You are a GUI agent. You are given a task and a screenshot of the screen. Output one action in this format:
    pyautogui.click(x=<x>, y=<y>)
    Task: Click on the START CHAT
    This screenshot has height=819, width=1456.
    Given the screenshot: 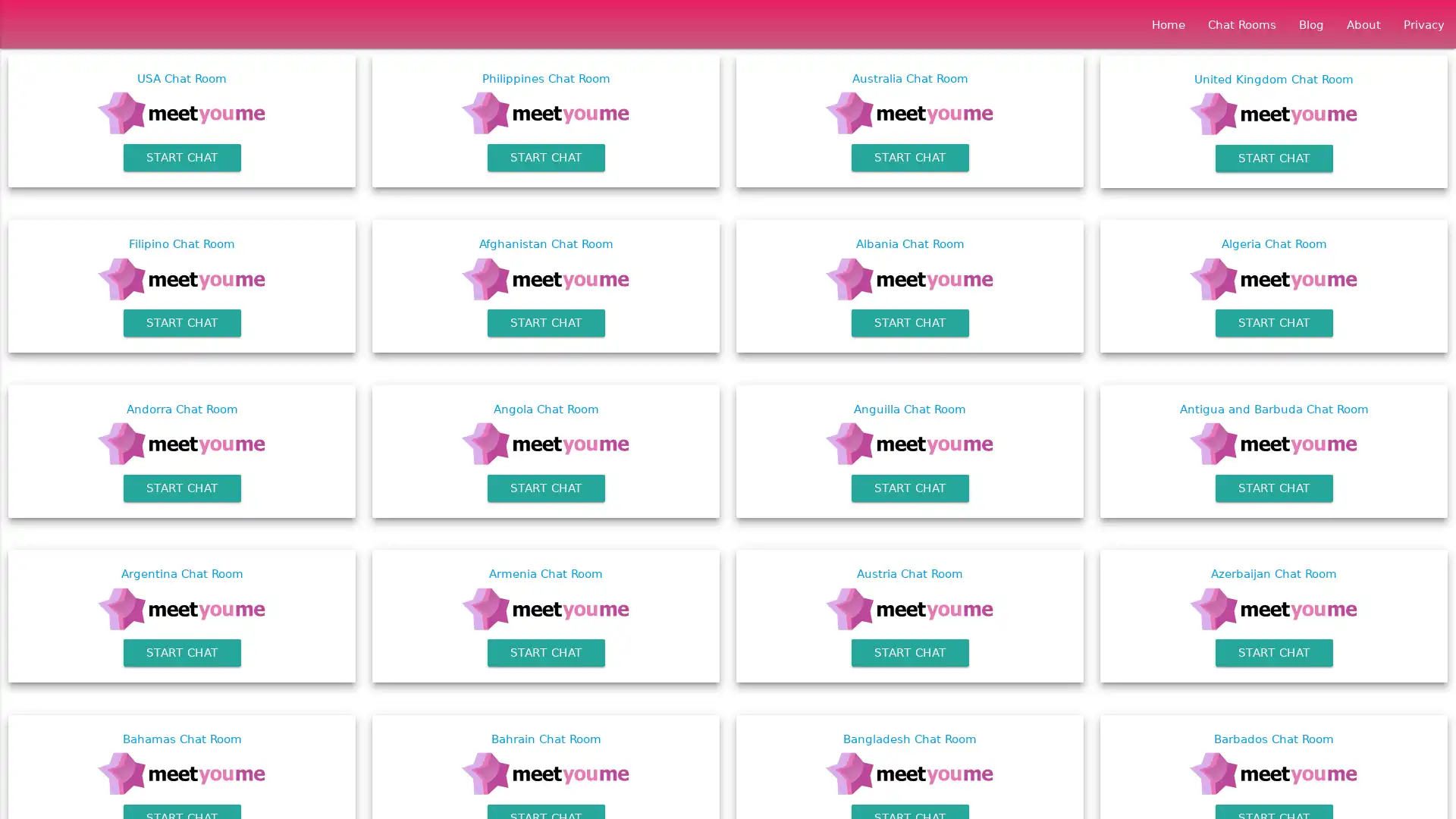 What is the action you would take?
    pyautogui.click(x=1273, y=488)
    